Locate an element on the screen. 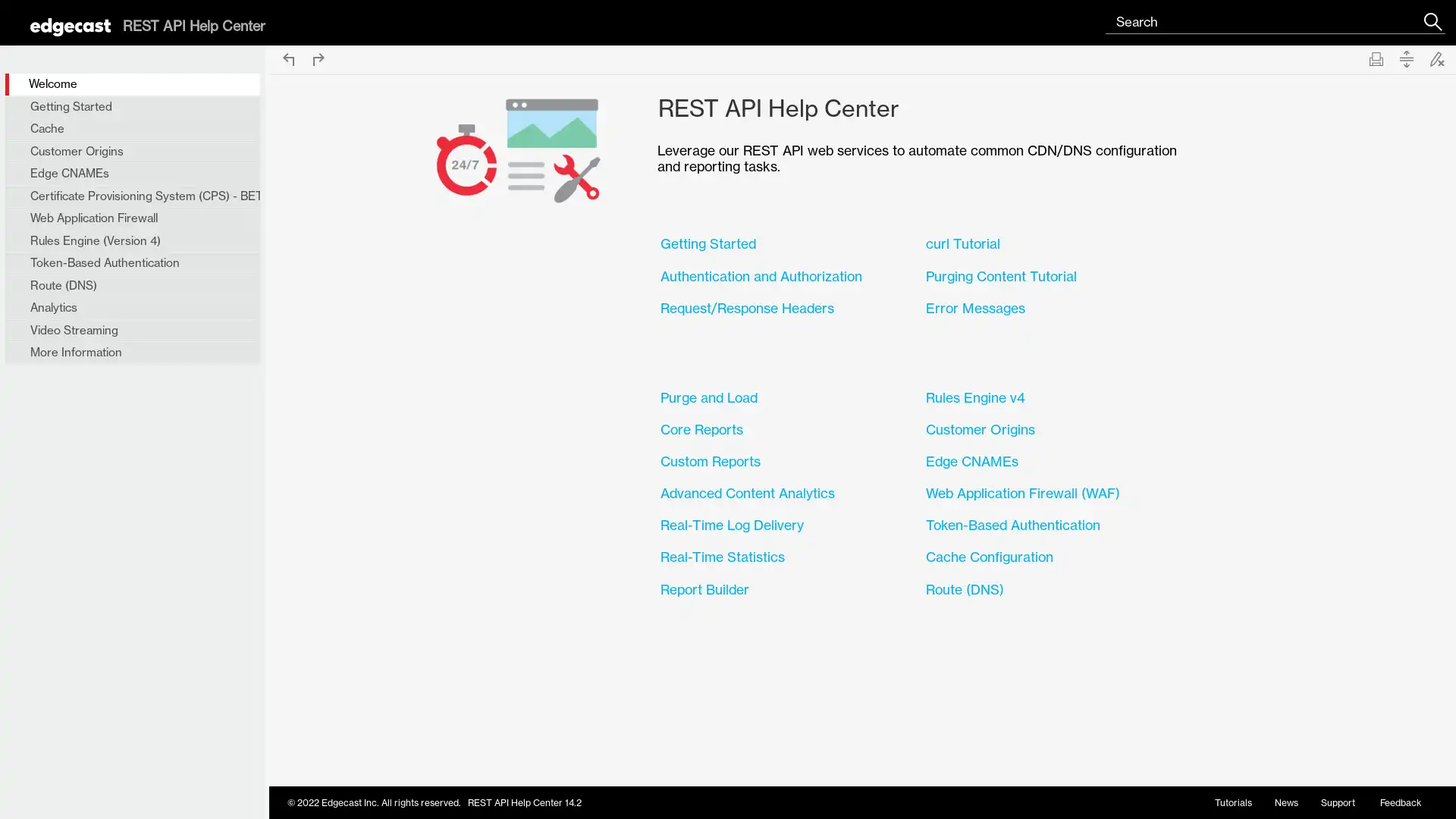 The image size is (1456, 819). remove highlight is located at coordinates (1436, 58).